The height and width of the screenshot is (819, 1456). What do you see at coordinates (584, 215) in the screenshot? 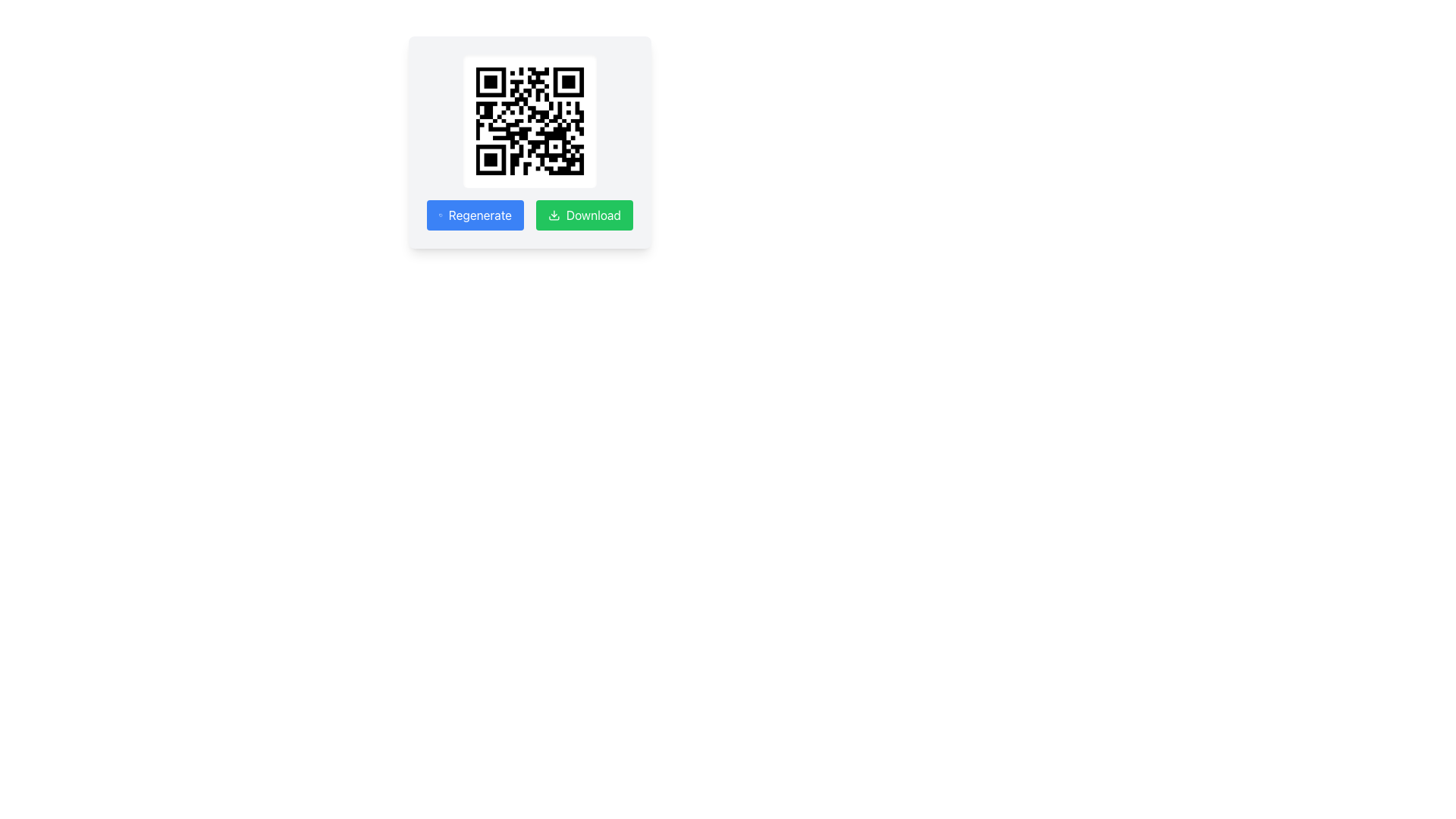
I see `the green 'Download' button with rounded corners and a download icon` at bounding box center [584, 215].